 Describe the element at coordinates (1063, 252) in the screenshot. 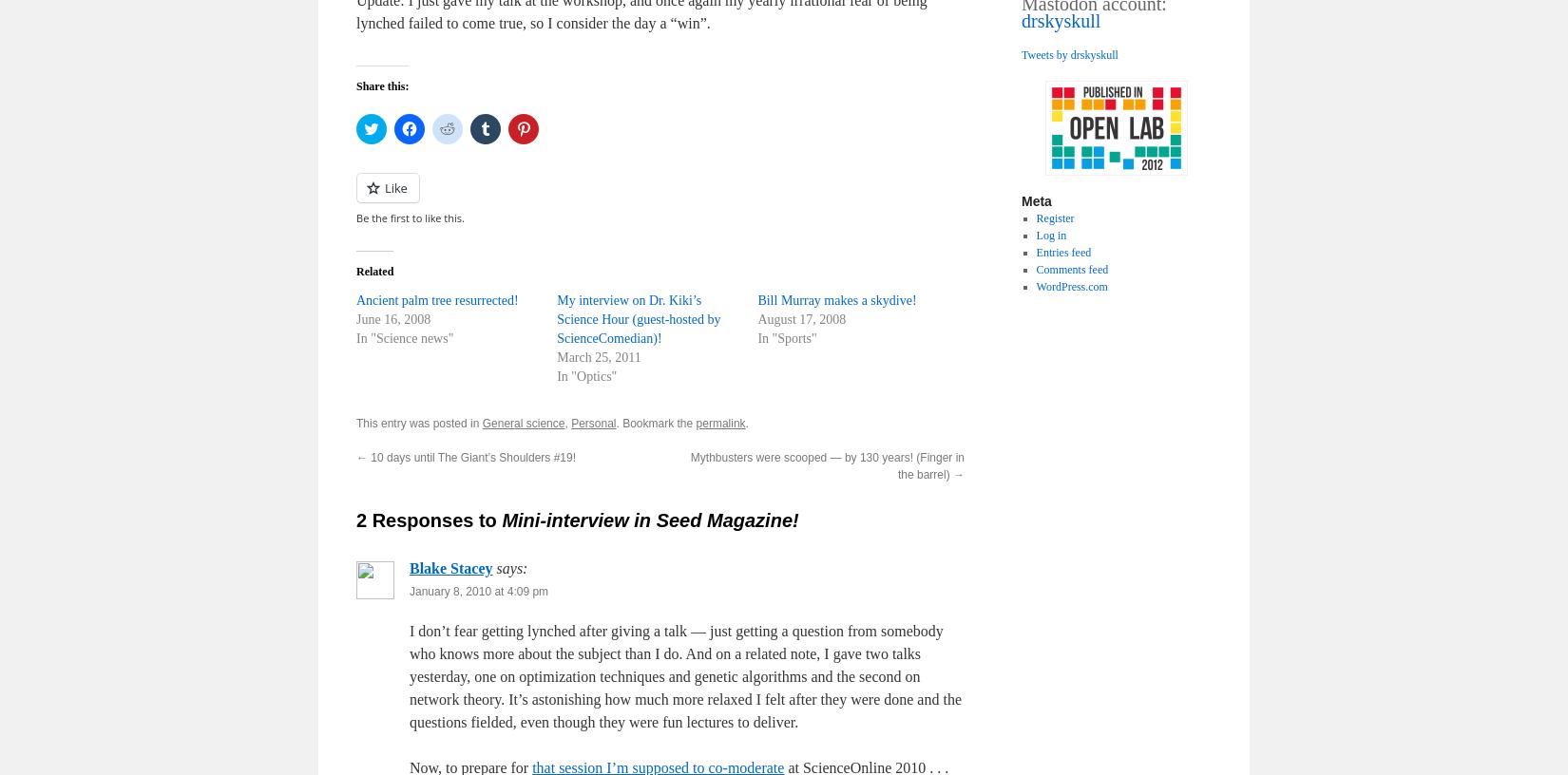

I see `'Entries feed'` at that location.